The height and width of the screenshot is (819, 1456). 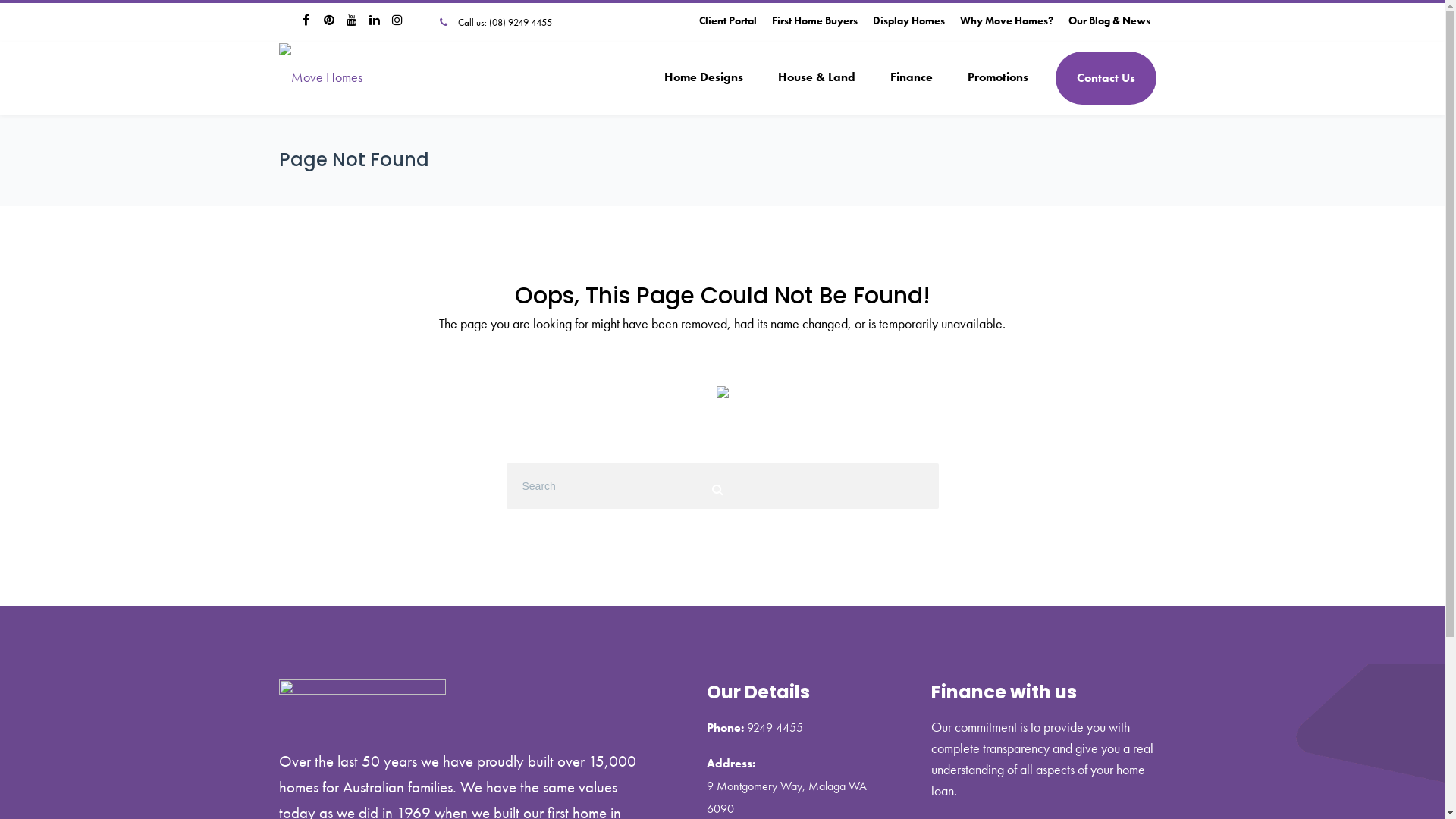 I want to click on 'House & Land', so click(x=760, y=77).